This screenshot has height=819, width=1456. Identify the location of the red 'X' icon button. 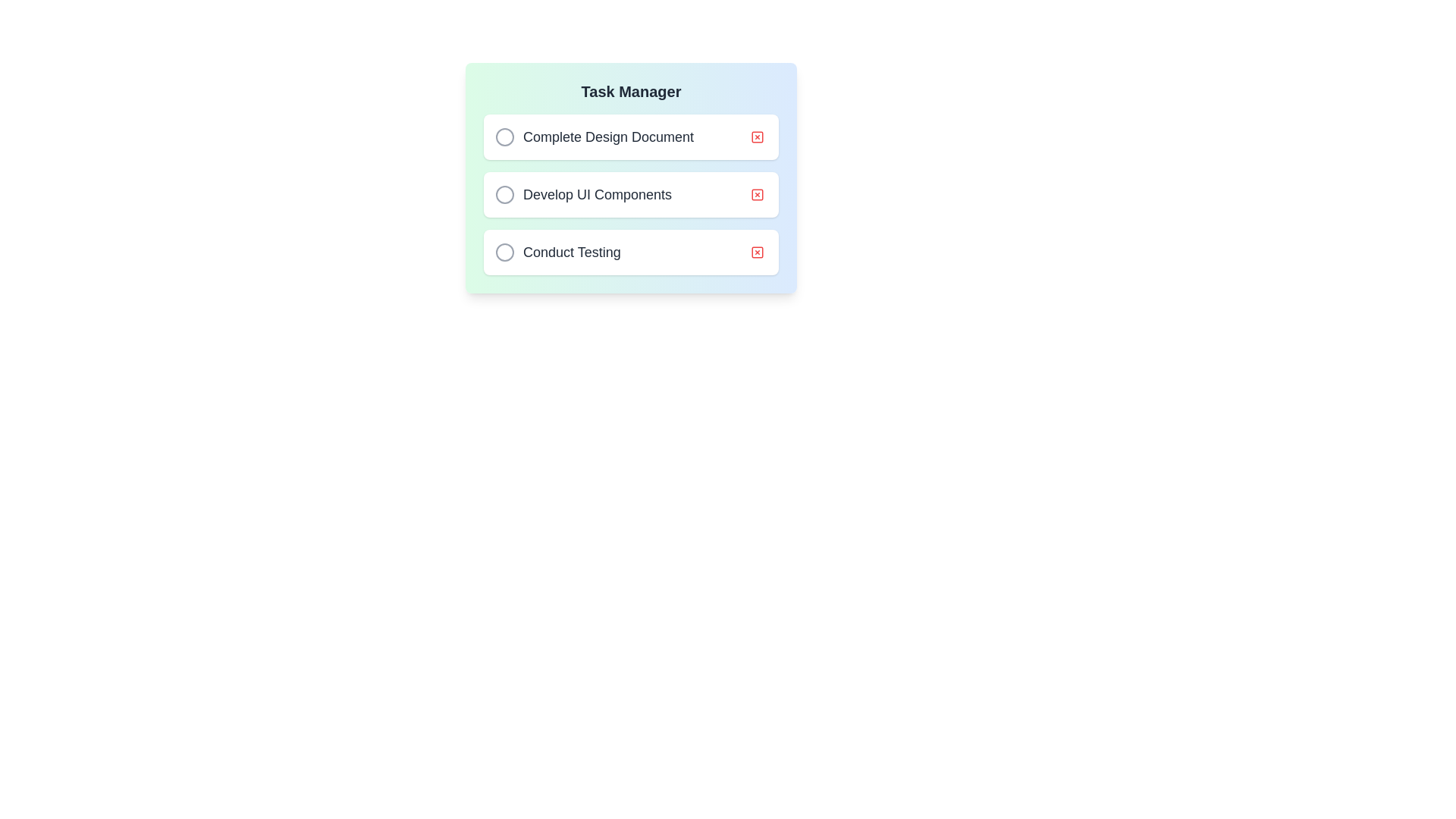
(757, 137).